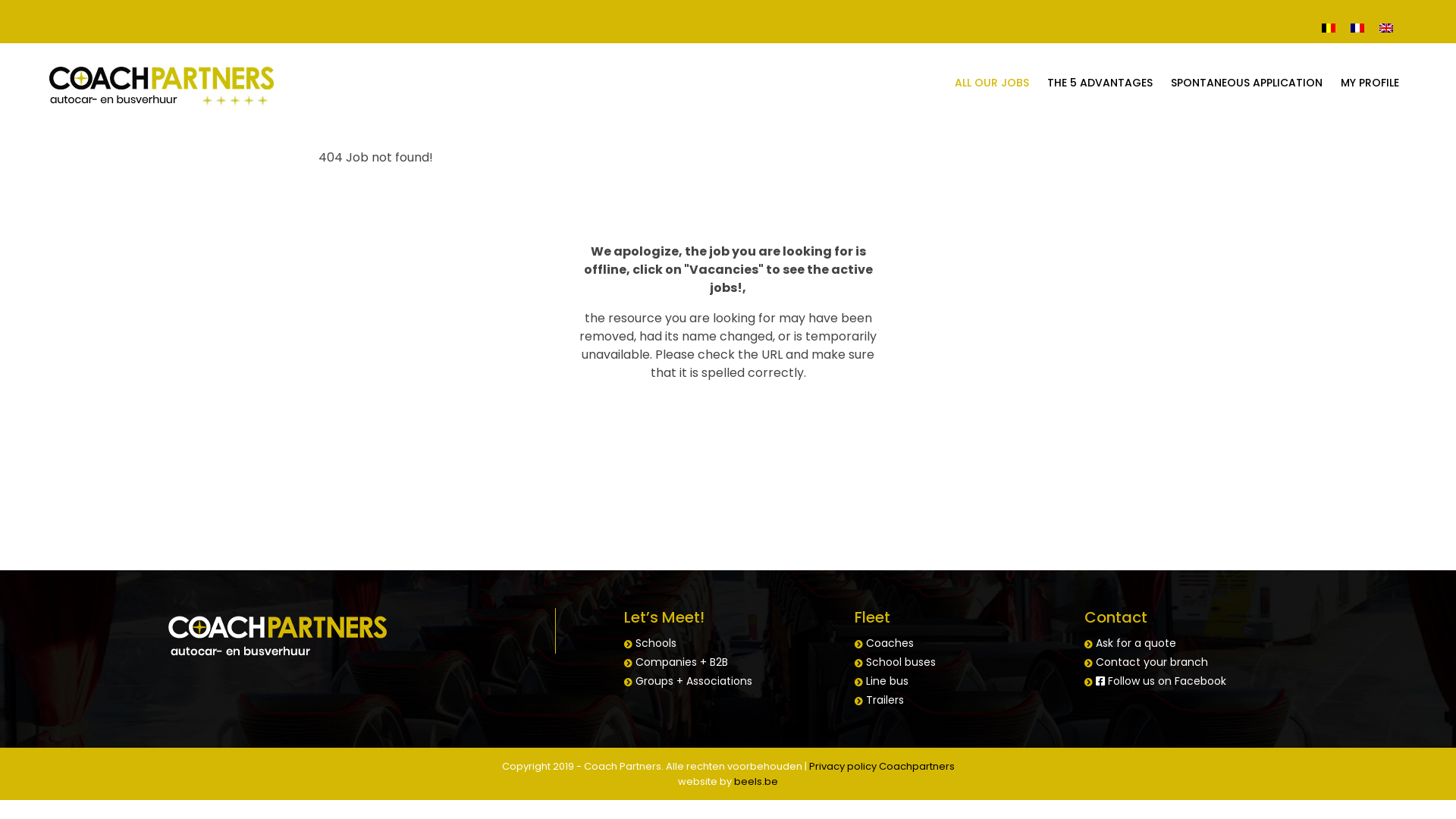  Describe the element at coordinates (1370, 82) in the screenshot. I see `'MY PROFILE'` at that location.